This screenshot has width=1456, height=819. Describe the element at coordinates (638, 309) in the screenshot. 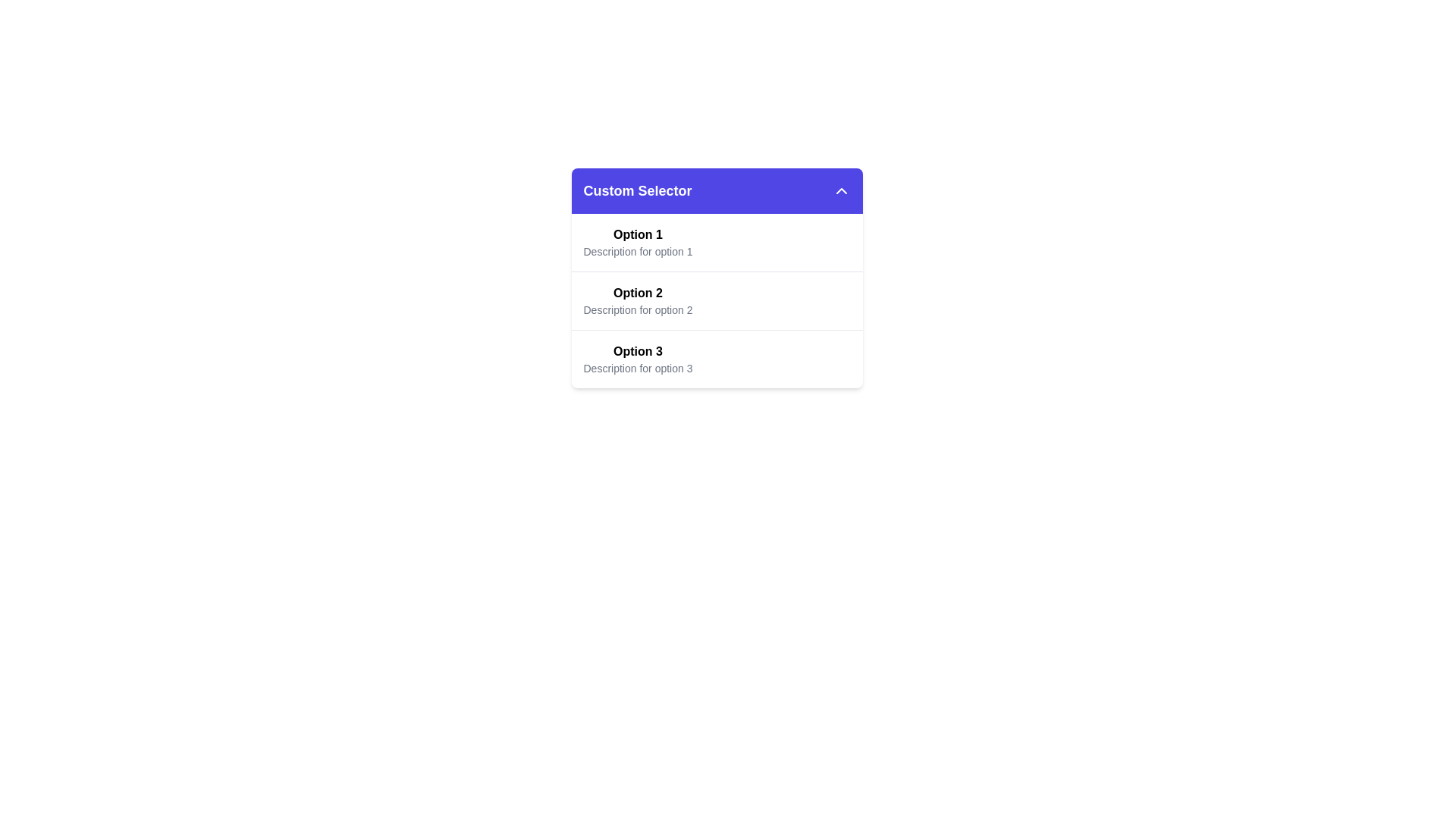

I see `the text label that reads 'Description for option 2', which is styled in gray and positioned directly beneath 'Option 2' in the dropdown menu` at that location.